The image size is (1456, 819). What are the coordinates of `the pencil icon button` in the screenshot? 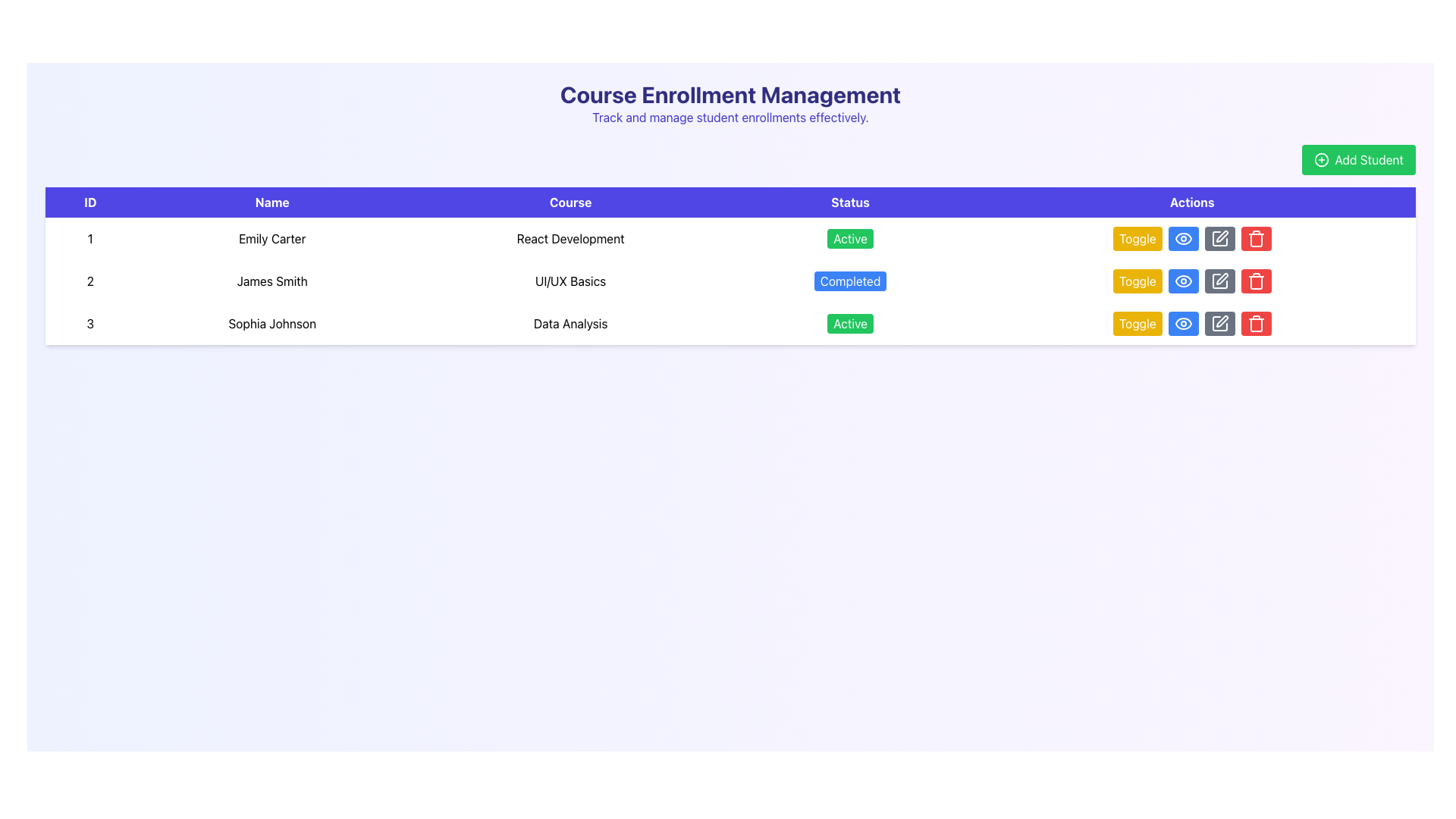 It's located at (1222, 321).